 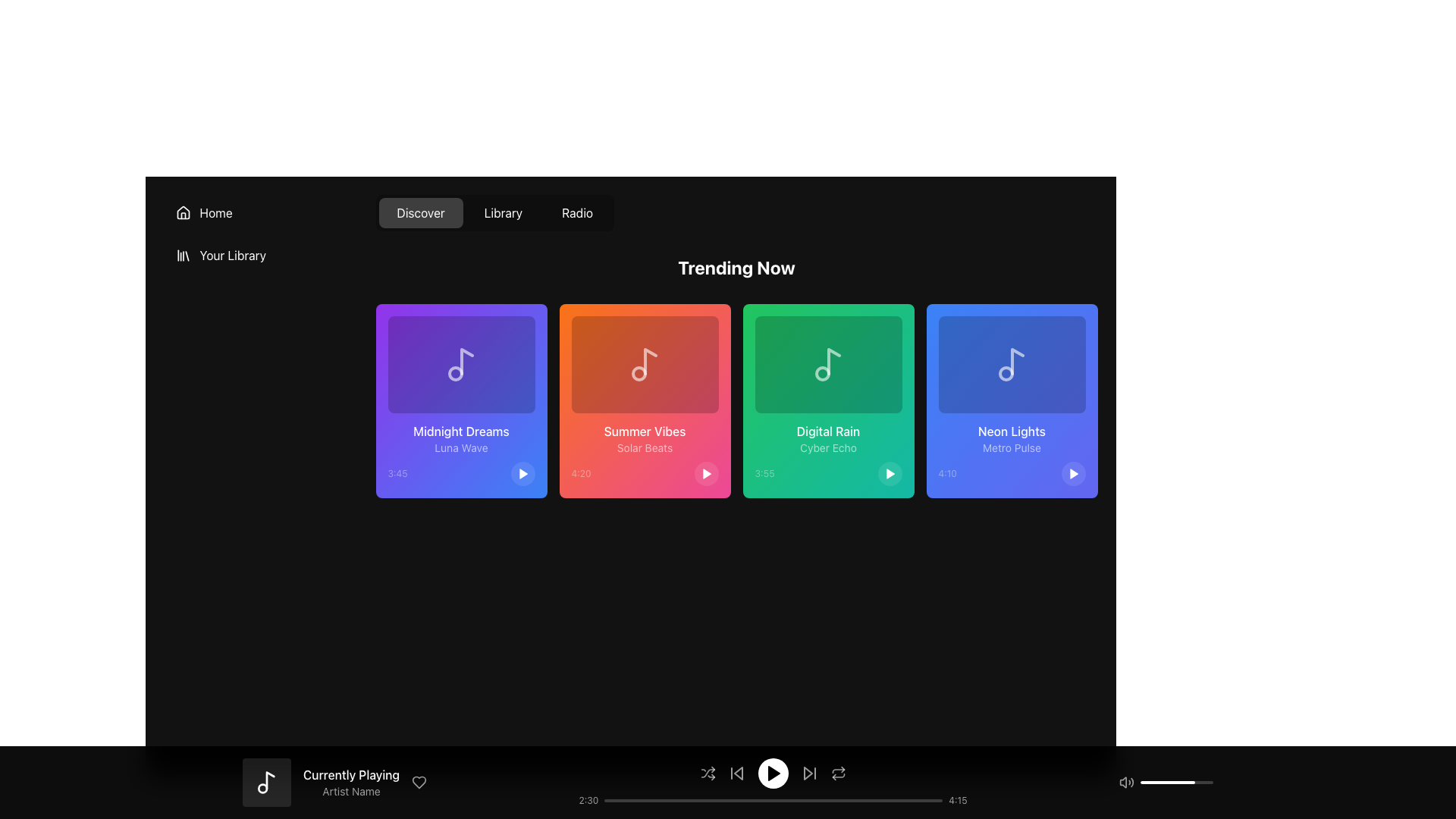 What do you see at coordinates (1165, 783) in the screenshot?
I see `the slider value` at bounding box center [1165, 783].